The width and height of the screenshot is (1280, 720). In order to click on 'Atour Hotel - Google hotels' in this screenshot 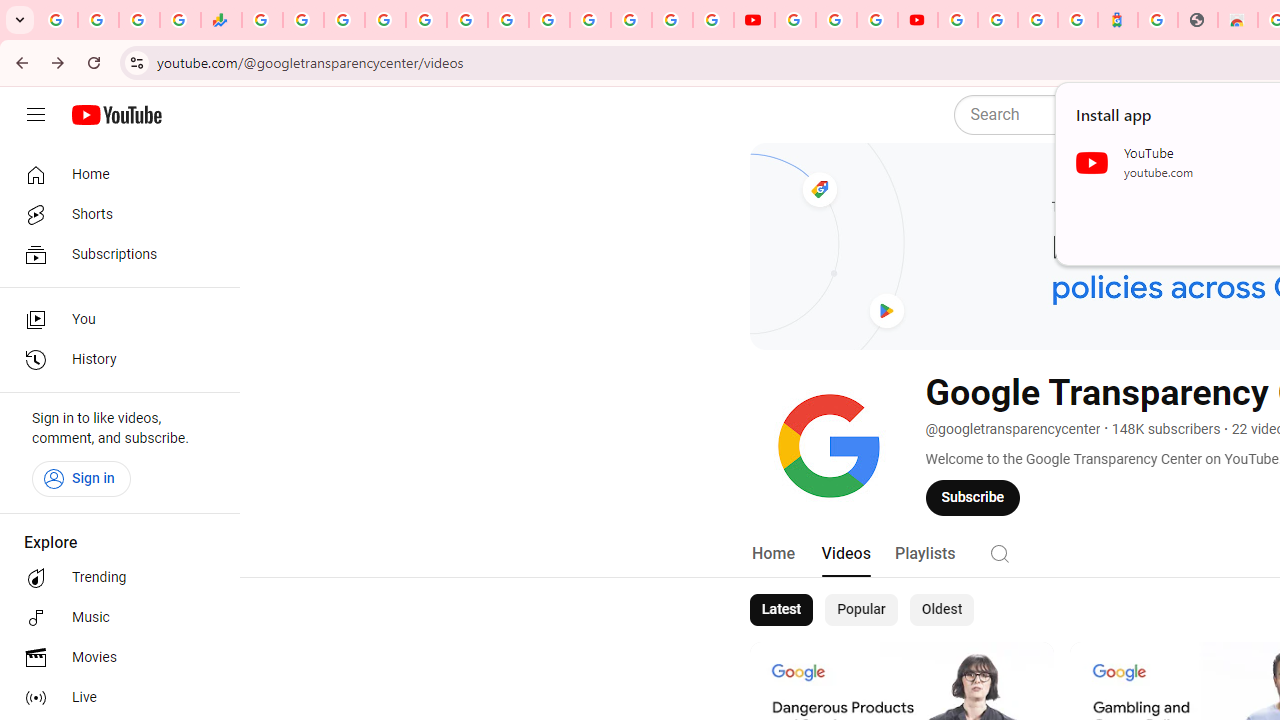, I will do `click(1117, 20)`.